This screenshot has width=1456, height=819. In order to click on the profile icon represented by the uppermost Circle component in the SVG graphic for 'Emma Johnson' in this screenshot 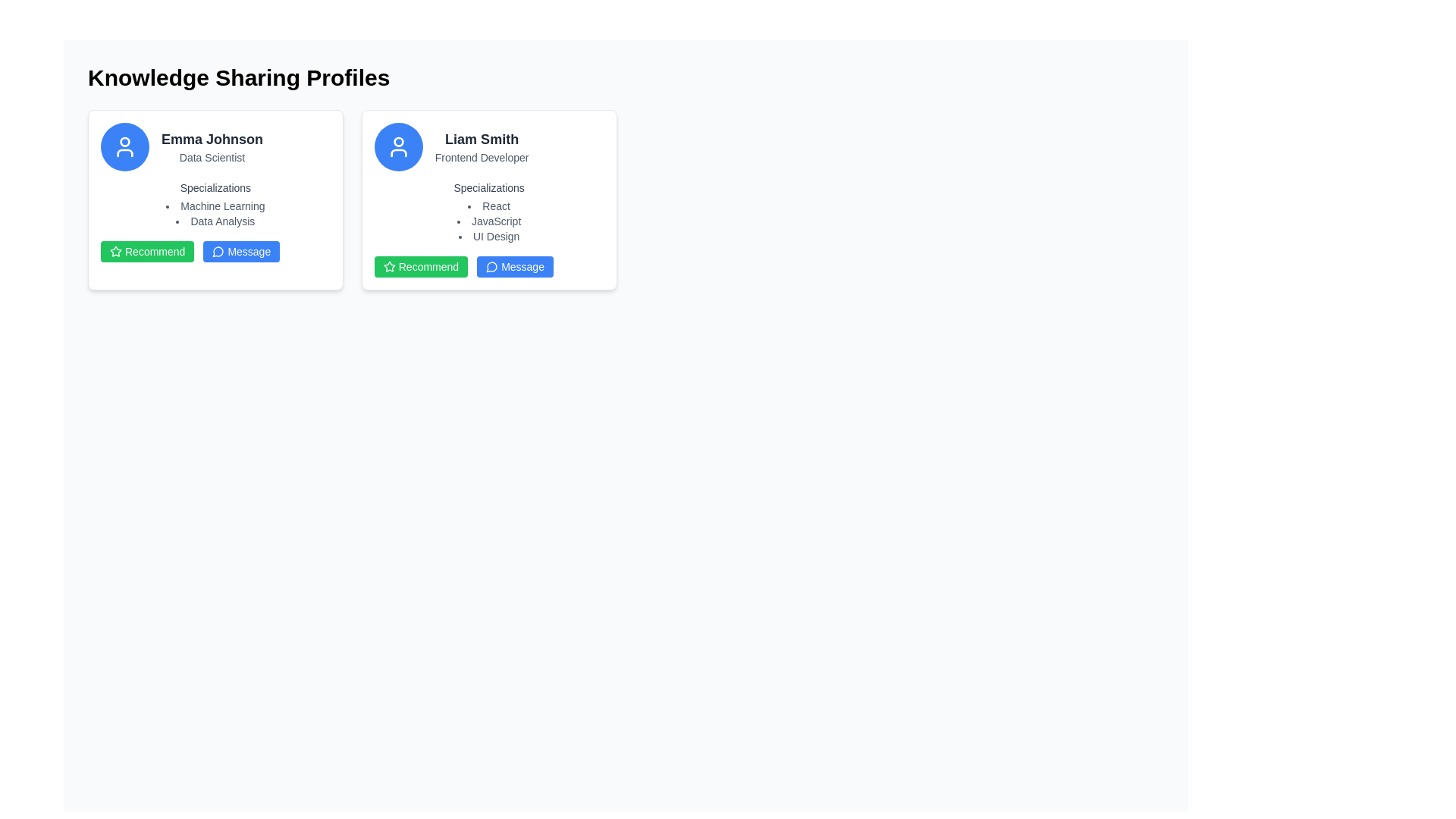, I will do `click(124, 141)`.